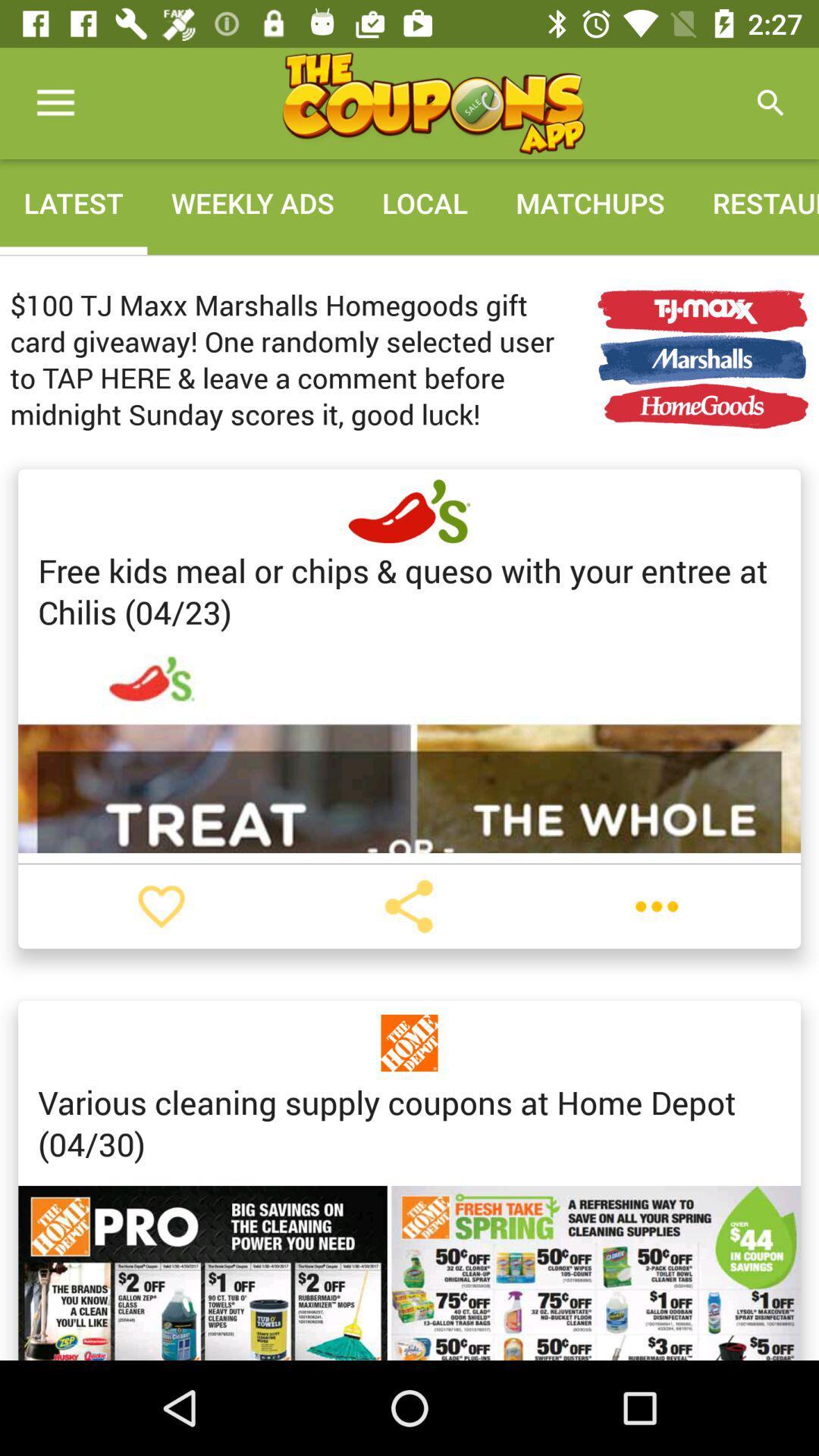  Describe the element at coordinates (161, 906) in the screenshot. I see `like post button` at that location.